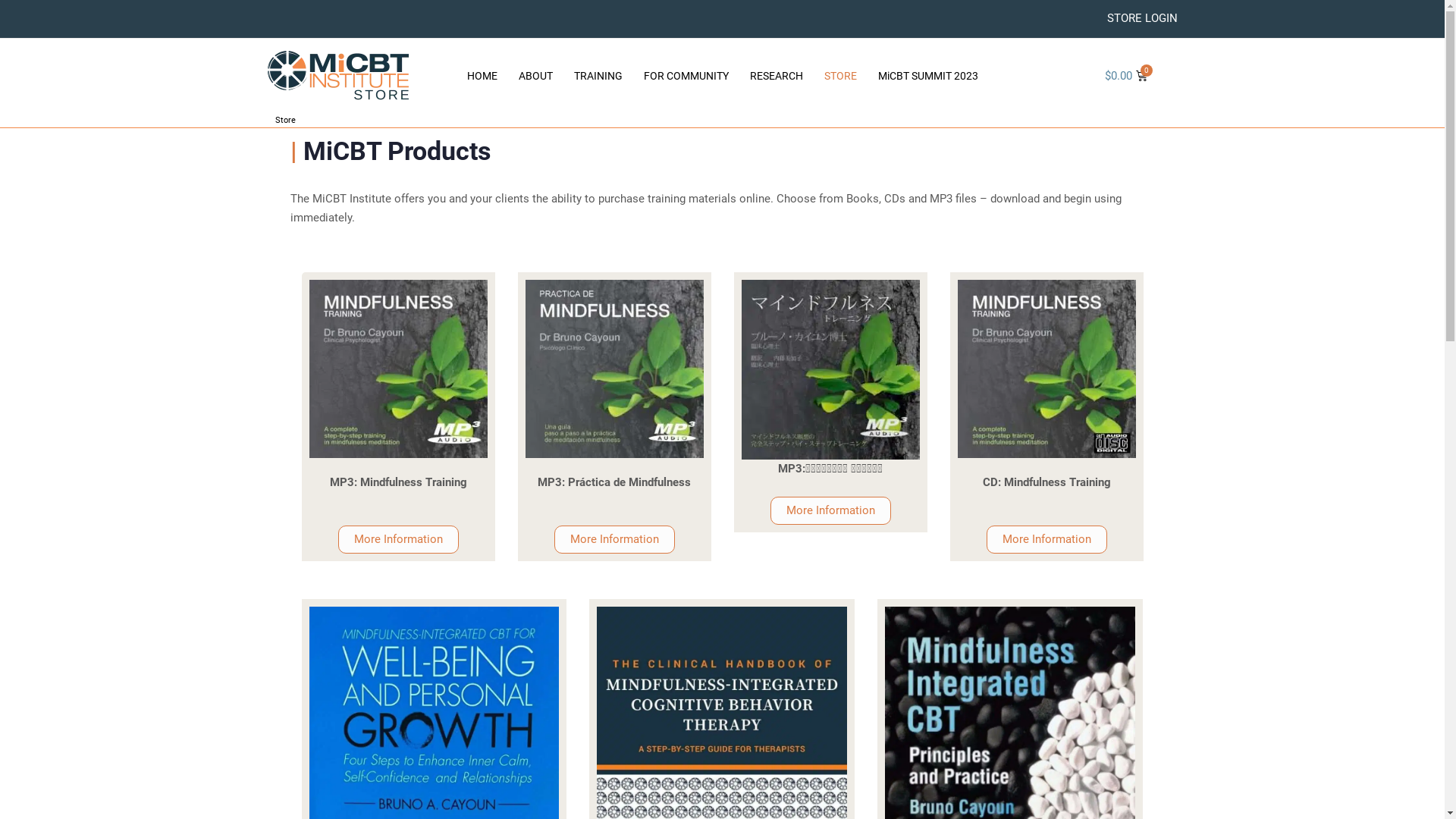 The width and height of the screenshot is (1456, 819). I want to click on 'STORE', so click(839, 76).